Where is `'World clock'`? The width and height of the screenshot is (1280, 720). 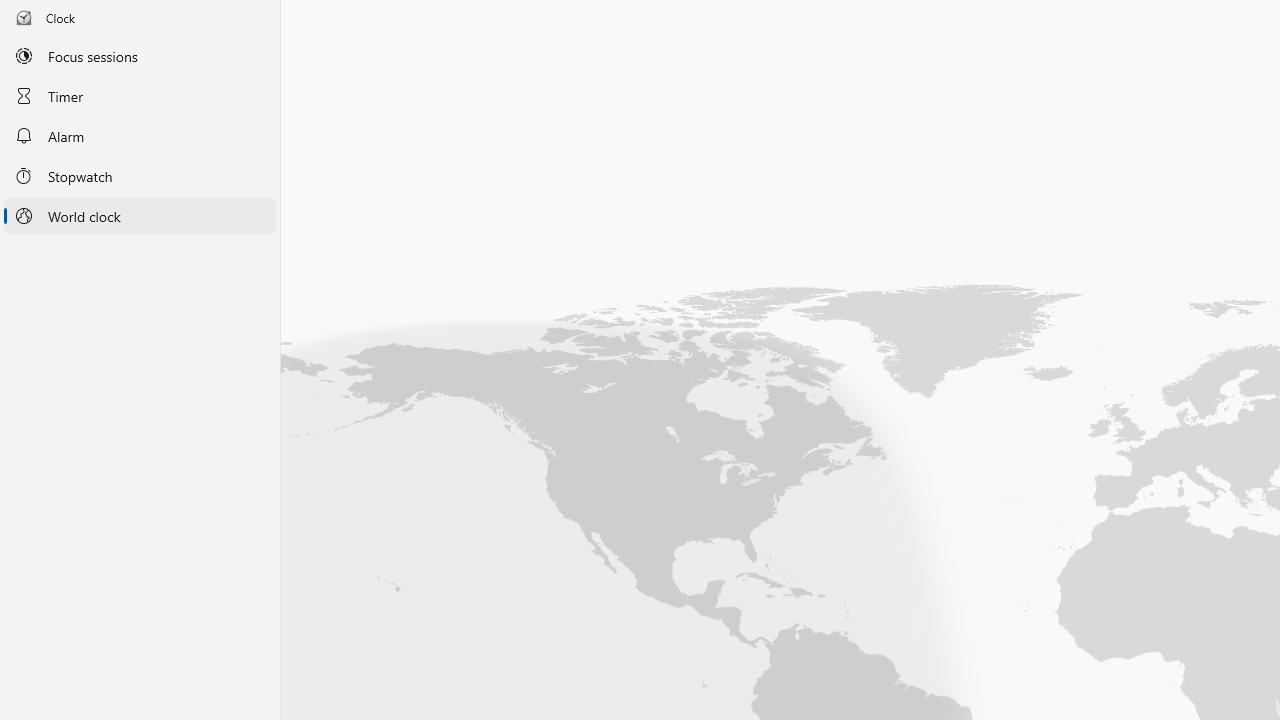
'World clock' is located at coordinates (139, 216).